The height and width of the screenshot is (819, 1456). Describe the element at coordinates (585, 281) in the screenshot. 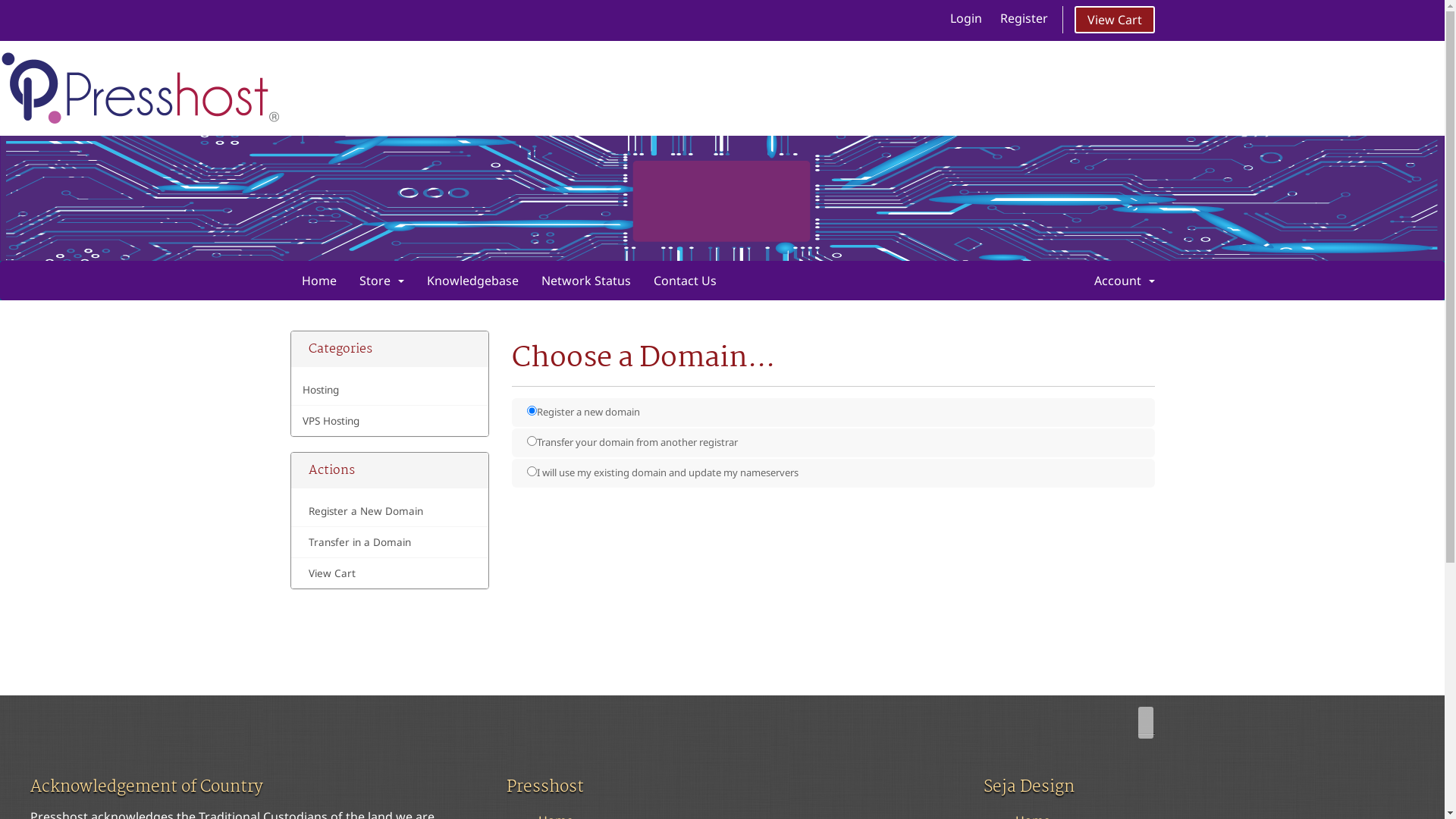

I see `'Network Status'` at that location.